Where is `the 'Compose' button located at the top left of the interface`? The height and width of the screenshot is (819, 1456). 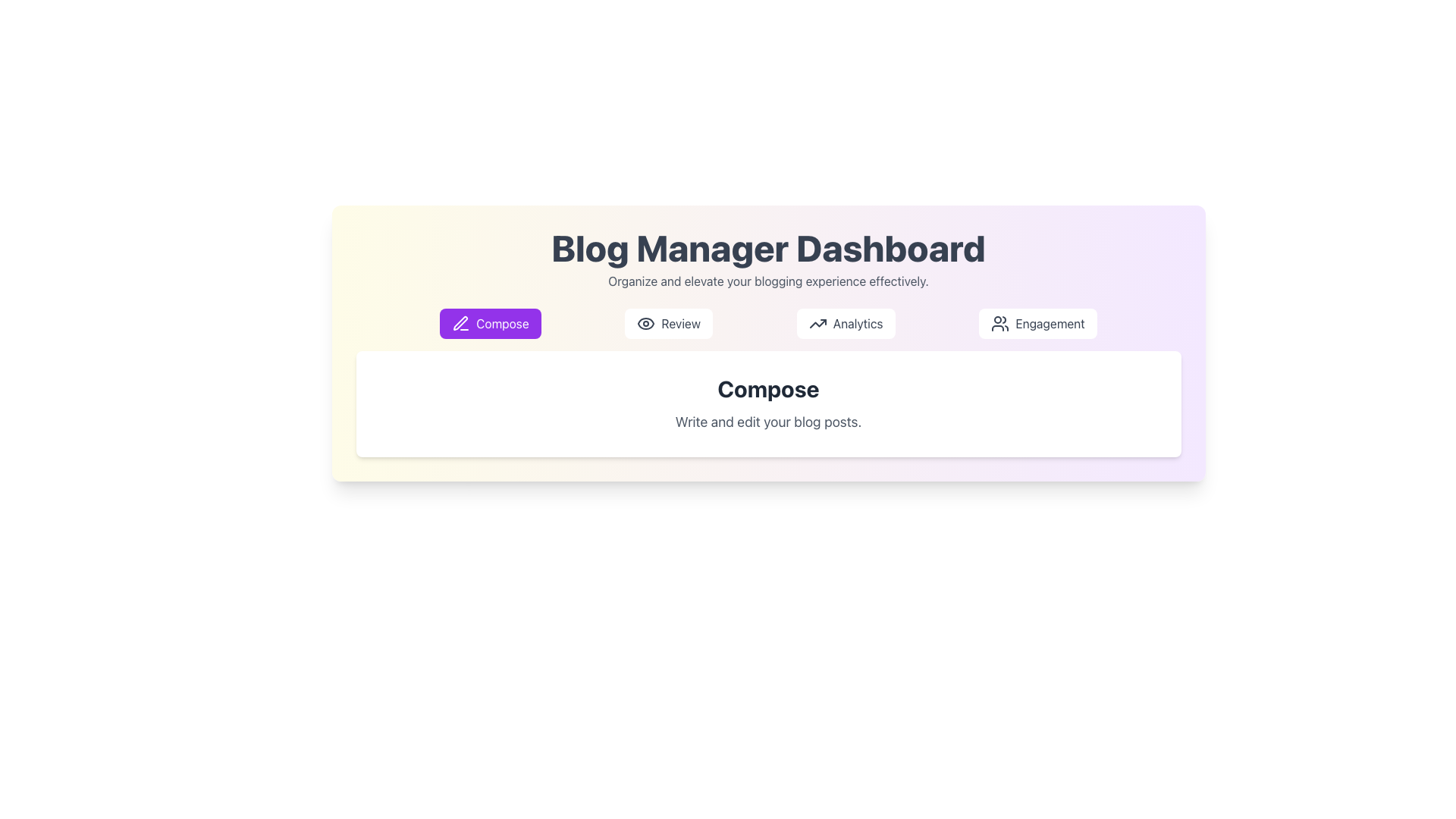
the 'Compose' button located at the top left of the interface is located at coordinates (490, 323).